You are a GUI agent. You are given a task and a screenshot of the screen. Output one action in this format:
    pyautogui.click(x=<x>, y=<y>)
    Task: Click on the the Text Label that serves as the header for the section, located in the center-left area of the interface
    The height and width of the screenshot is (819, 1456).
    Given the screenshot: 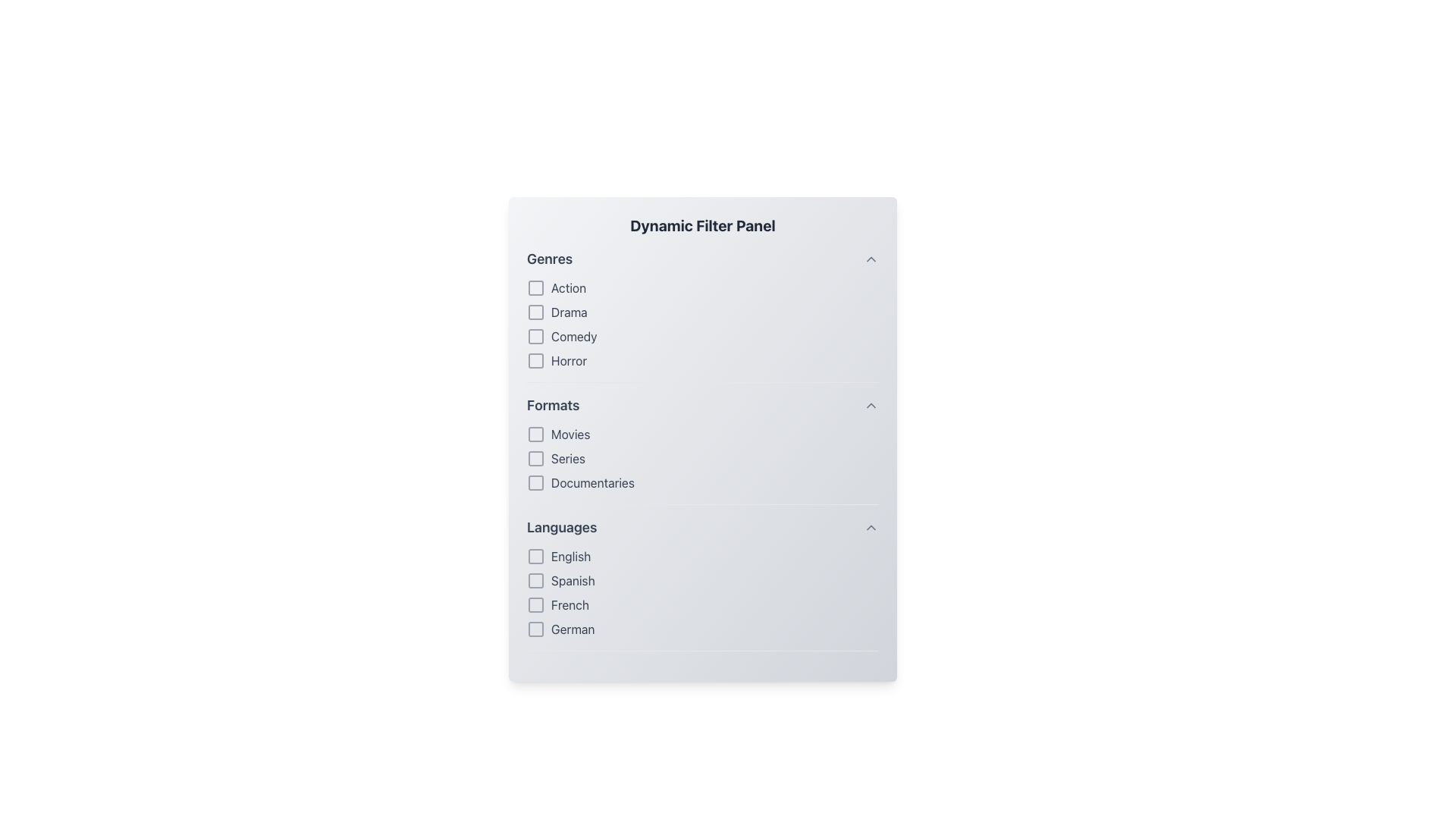 What is the action you would take?
    pyautogui.click(x=552, y=405)
    